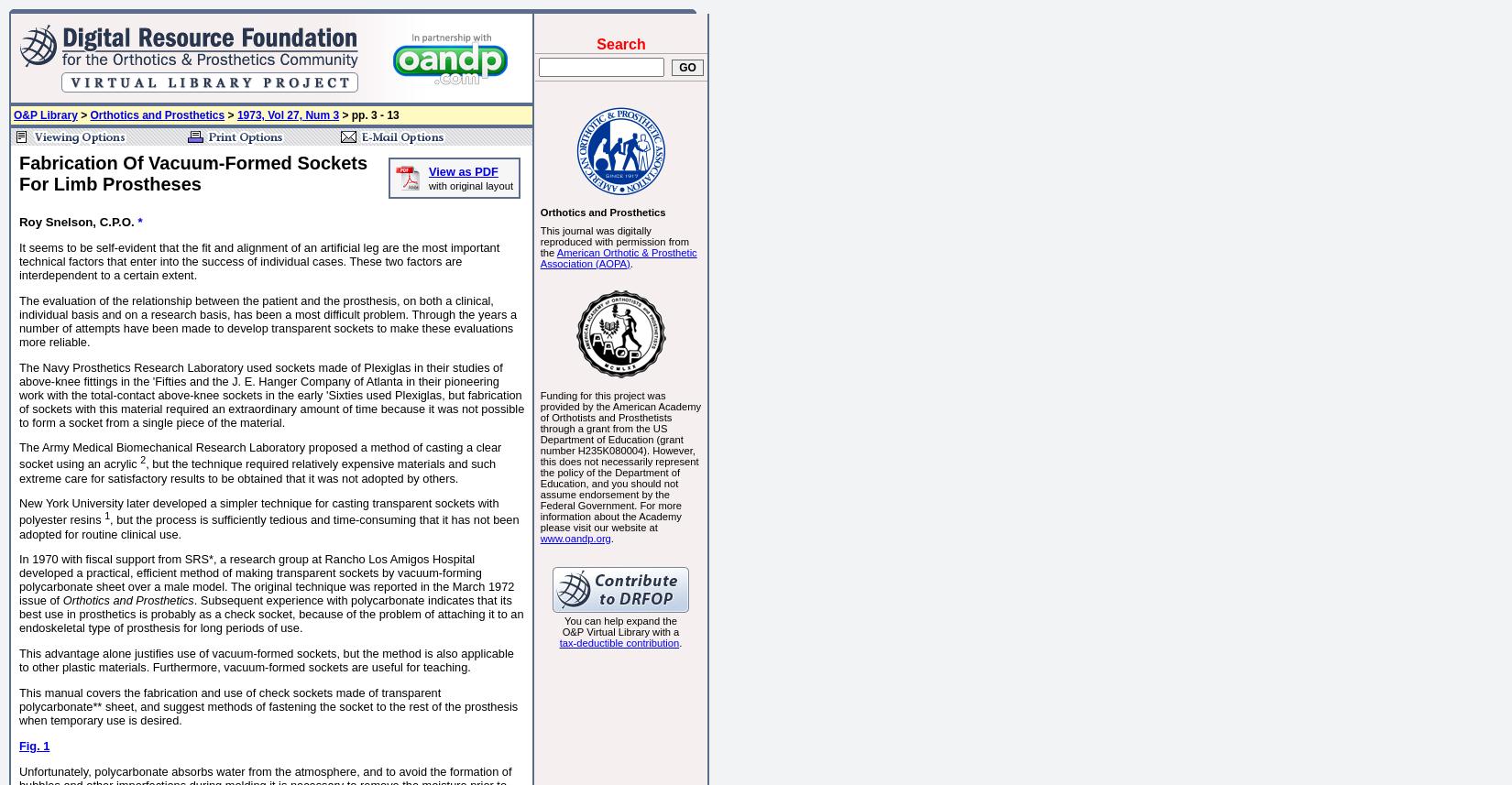 This screenshot has width=1512, height=785. Describe the element at coordinates (268, 320) in the screenshot. I see `'The evaluation of the relationship between the patient and the prosthesis, on both a clinical, individual basis and on a research basis, has been a most difficult problem. Through the years a number of attempts have been made to develop transparent sockets to make these evaluations more reliable.'` at that location.